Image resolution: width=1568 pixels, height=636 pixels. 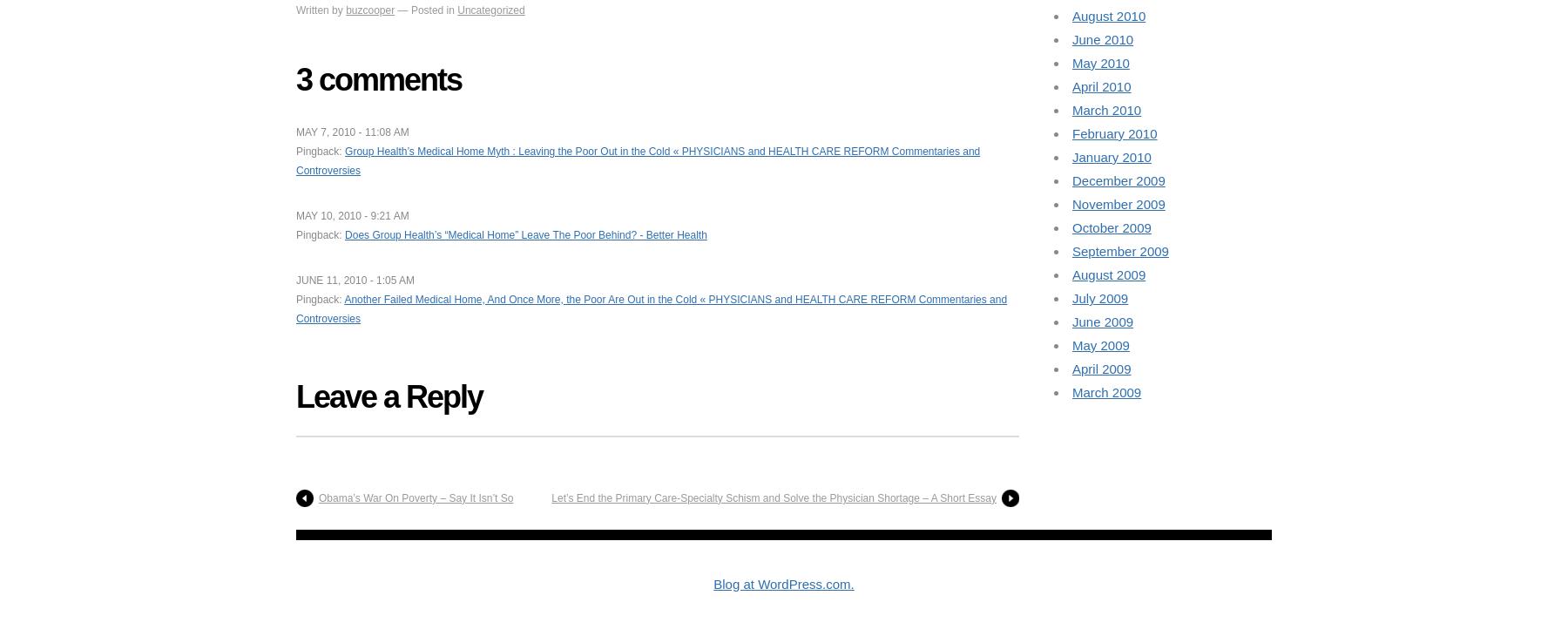 I want to click on 'August 2009', so click(x=1108, y=274).